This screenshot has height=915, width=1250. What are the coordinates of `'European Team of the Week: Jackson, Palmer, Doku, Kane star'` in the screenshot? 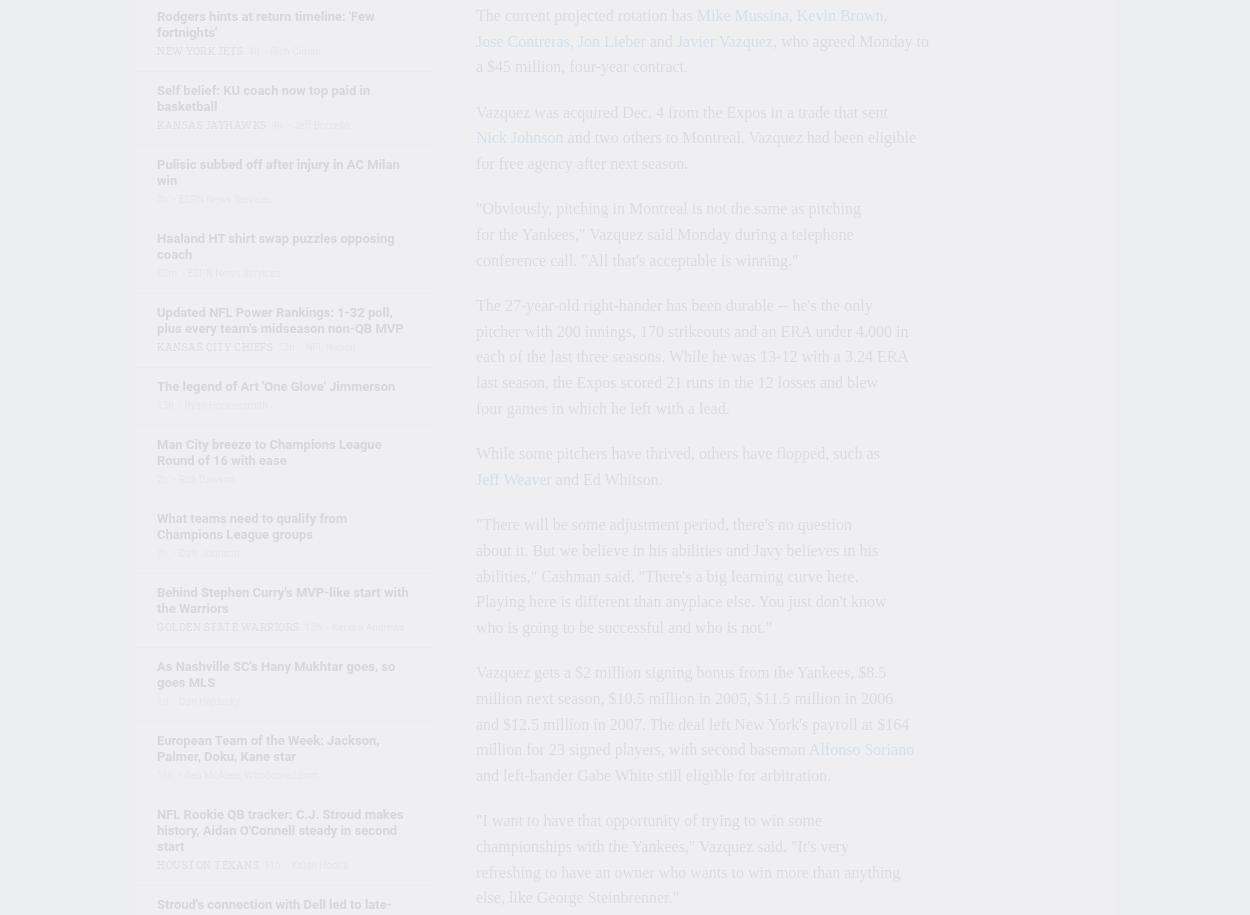 It's located at (268, 748).